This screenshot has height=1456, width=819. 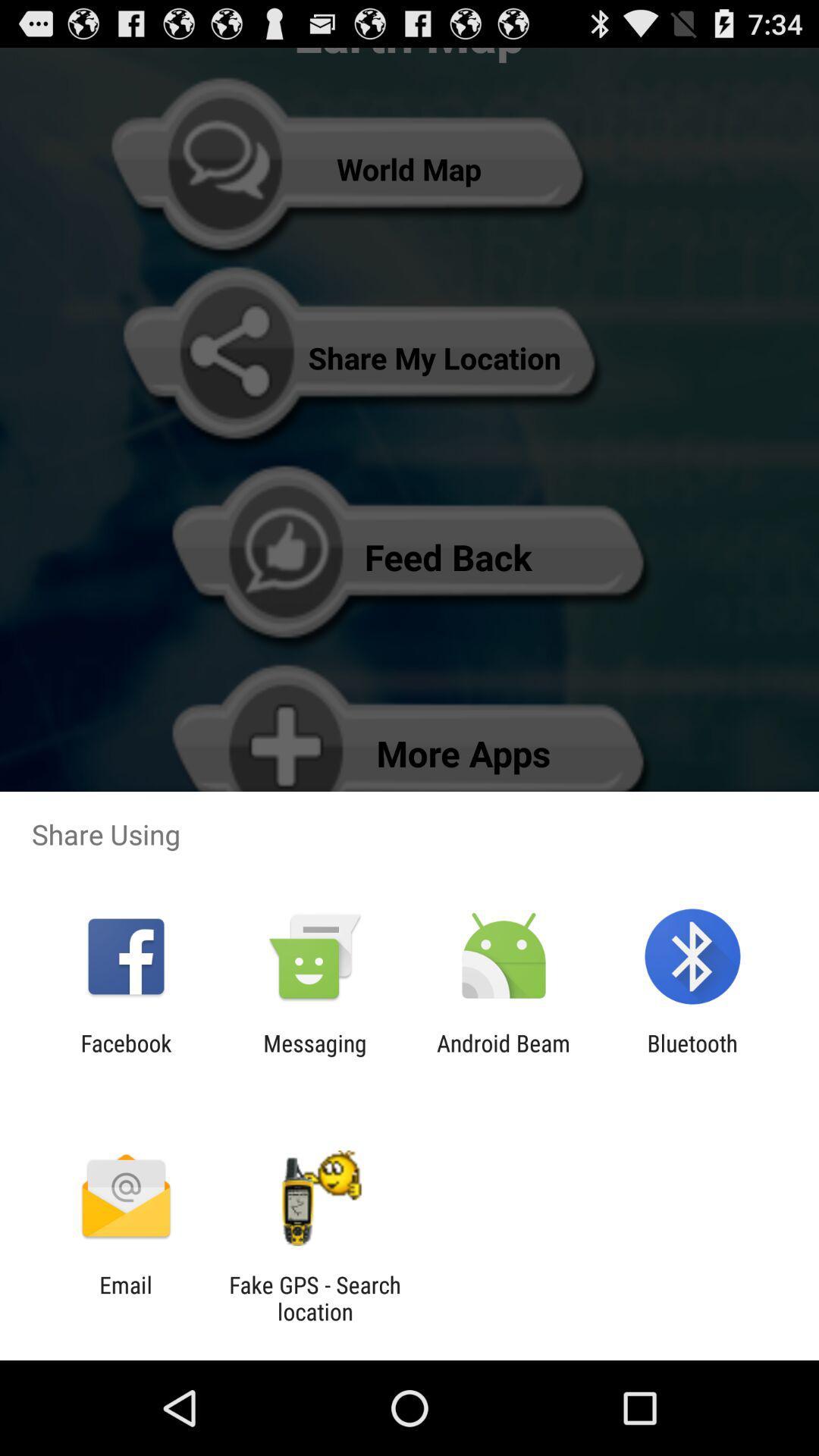 What do you see at coordinates (314, 1056) in the screenshot?
I see `app to the left of android beam` at bounding box center [314, 1056].